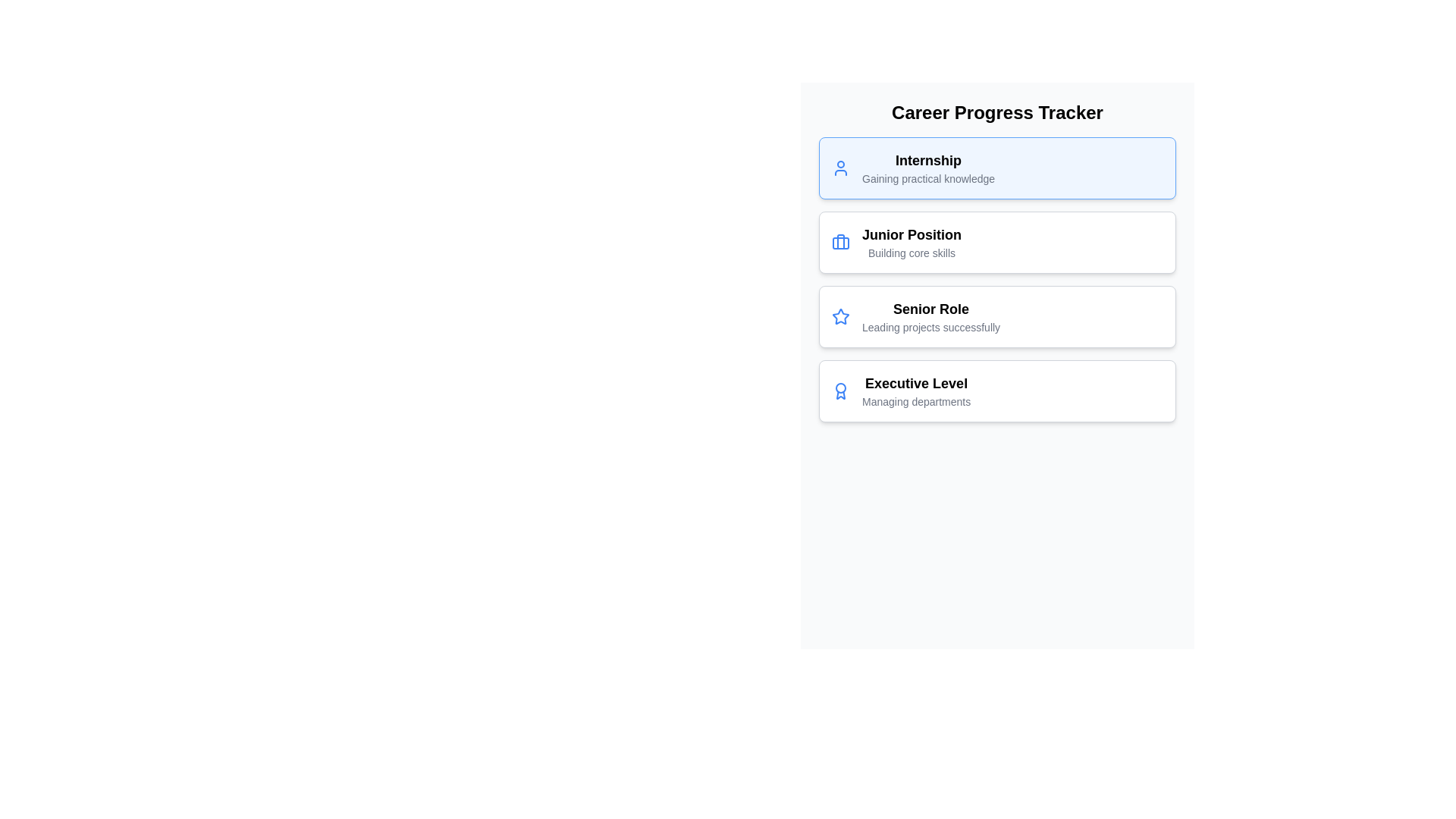  I want to click on descriptive text 'Gaining practical knowledge' in the blue card labeled 'Internship', which is the first card in the list of career progression steps, so click(927, 168).